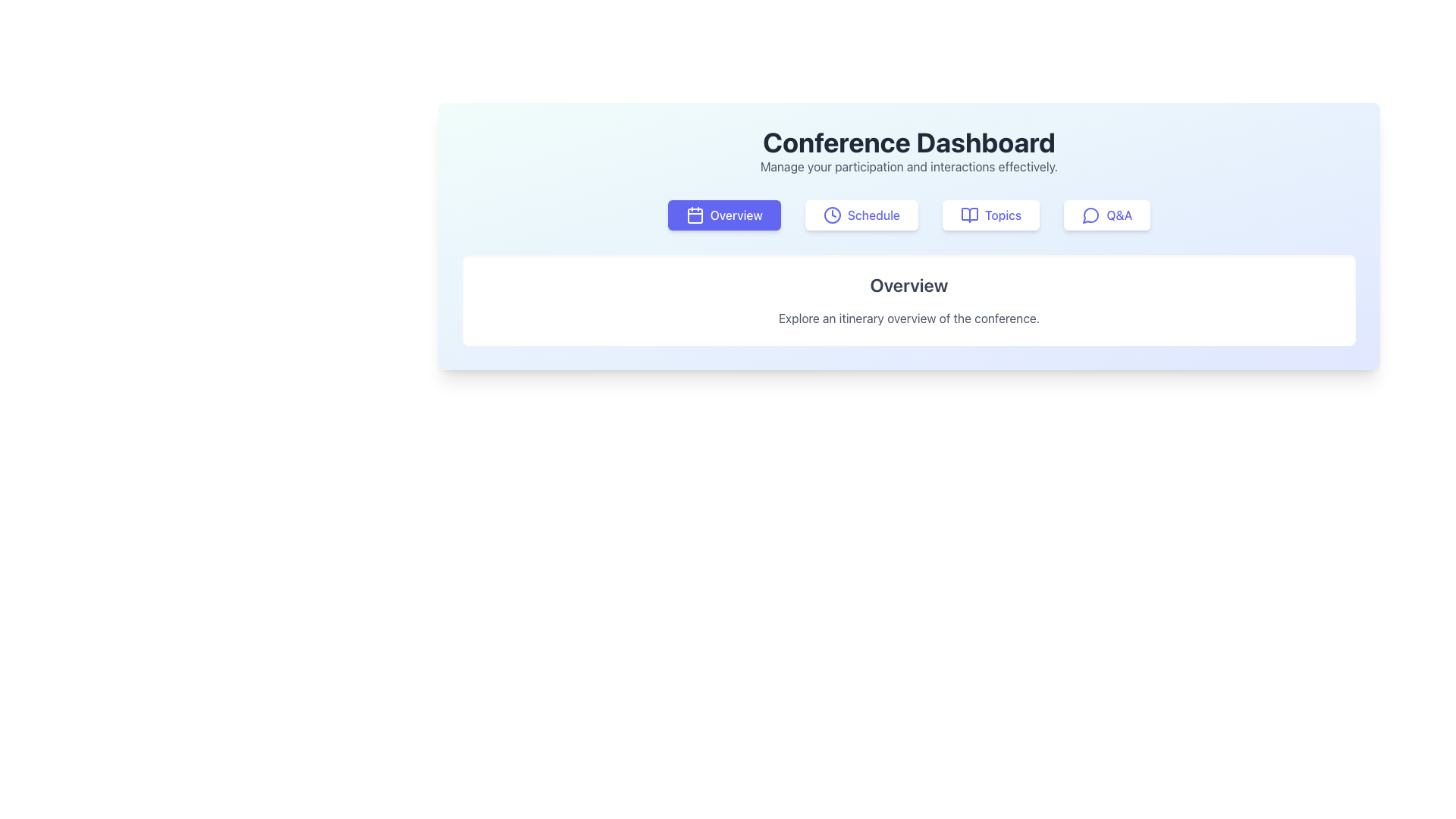 The height and width of the screenshot is (819, 1456). What do you see at coordinates (736, 215) in the screenshot?
I see `the text 'Overview' which is centrally located within the blue button labeled 'Overview', styled in bold white font` at bounding box center [736, 215].